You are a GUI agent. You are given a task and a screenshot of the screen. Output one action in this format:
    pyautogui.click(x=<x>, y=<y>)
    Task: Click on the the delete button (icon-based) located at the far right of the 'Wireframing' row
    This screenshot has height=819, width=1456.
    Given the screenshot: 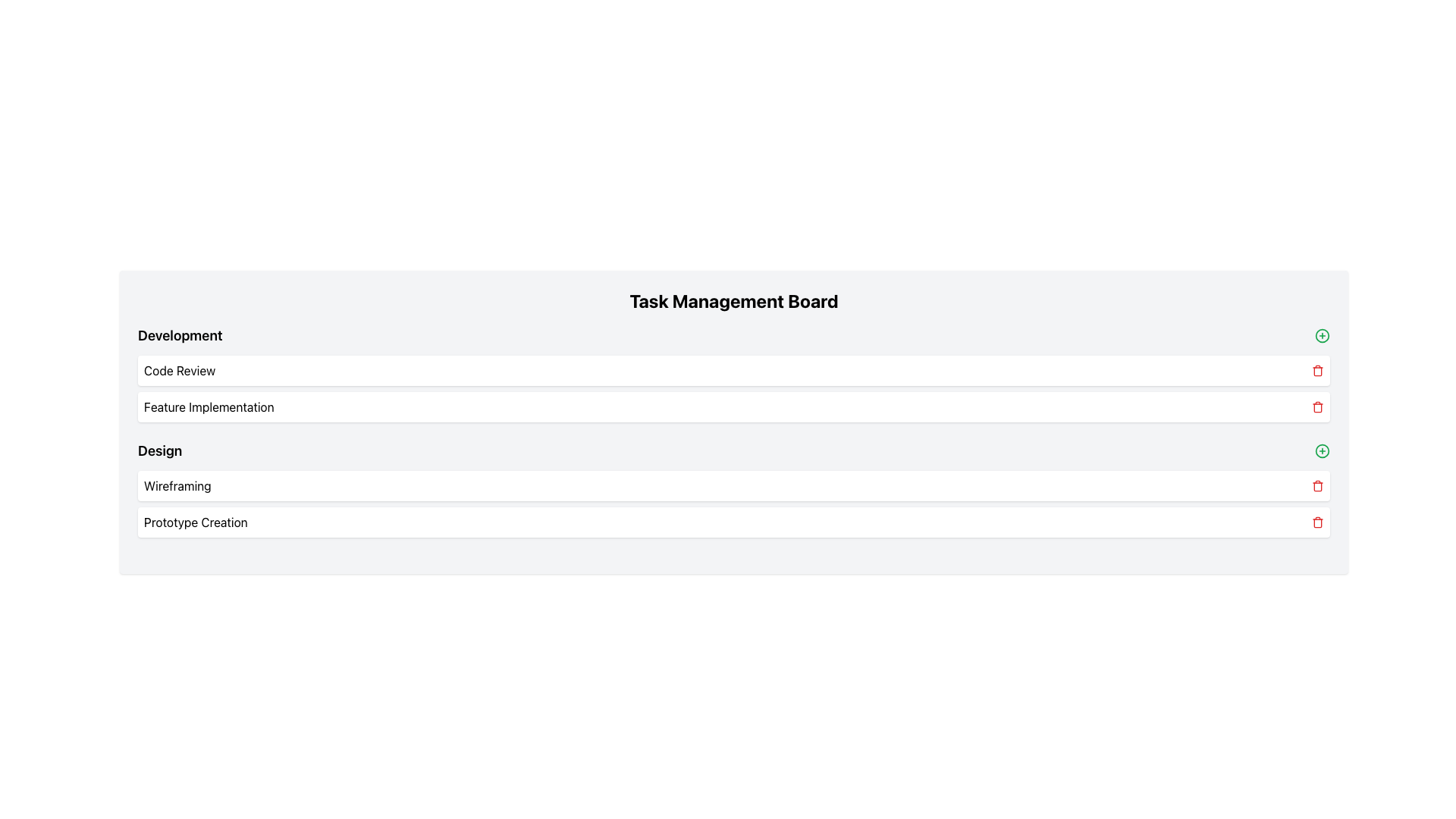 What is the action you would take?
    pyautogui.click(x=1316, y=485)
    